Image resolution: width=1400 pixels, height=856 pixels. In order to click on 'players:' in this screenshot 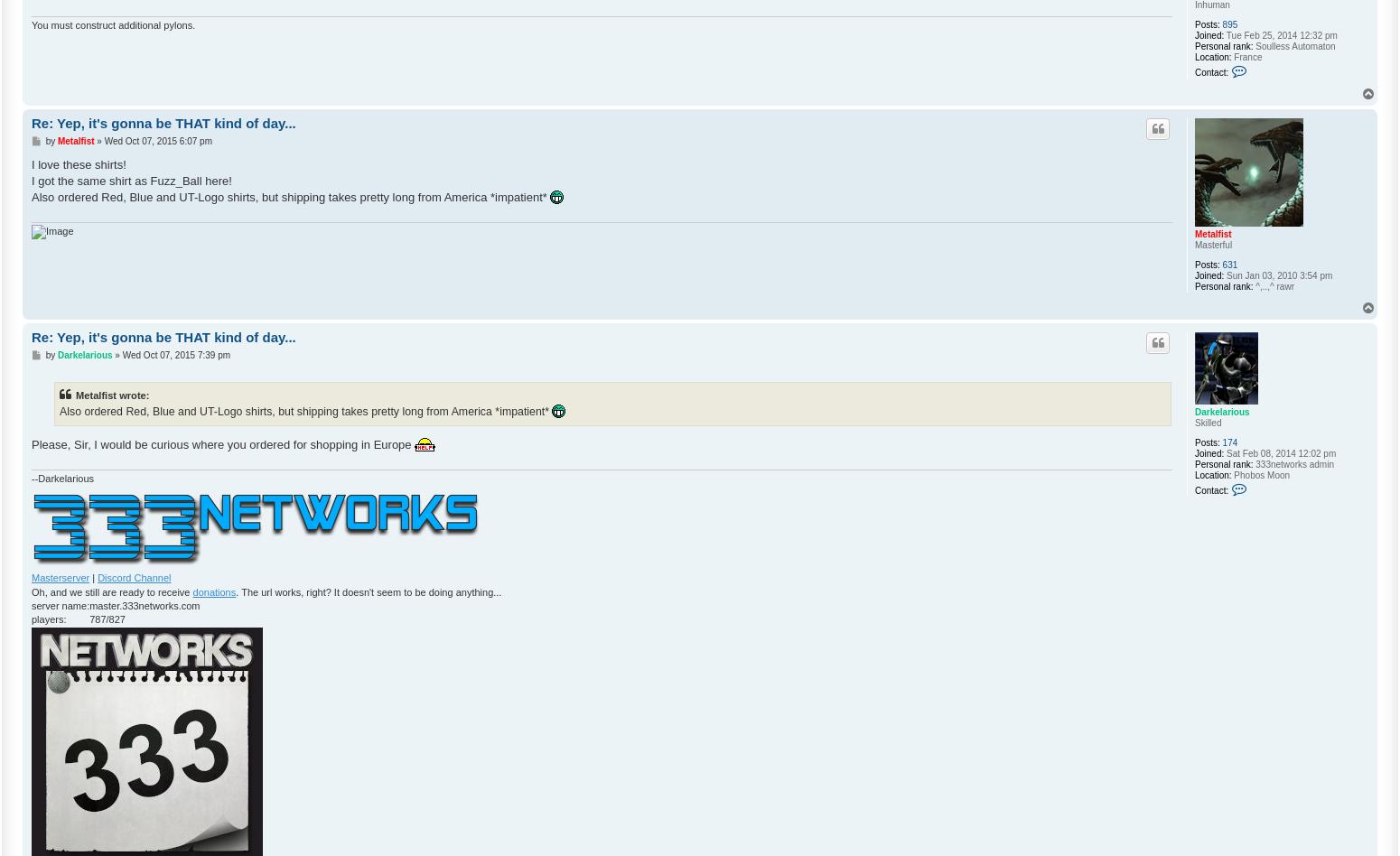, I will do `click(47, 618)`.